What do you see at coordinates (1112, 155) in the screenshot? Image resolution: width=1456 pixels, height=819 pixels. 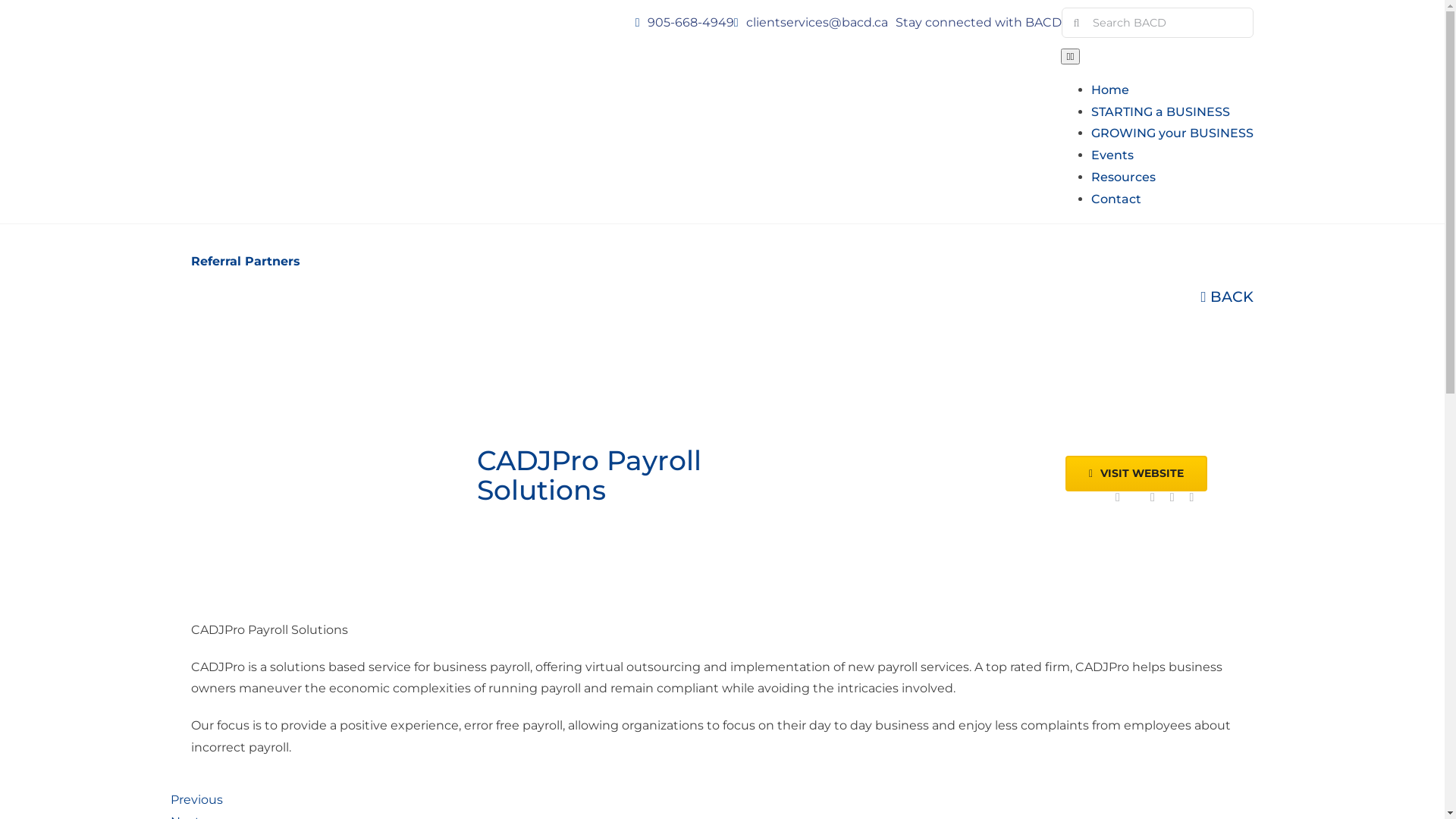 I see `'Events'` at bounding box center [1112, 155].